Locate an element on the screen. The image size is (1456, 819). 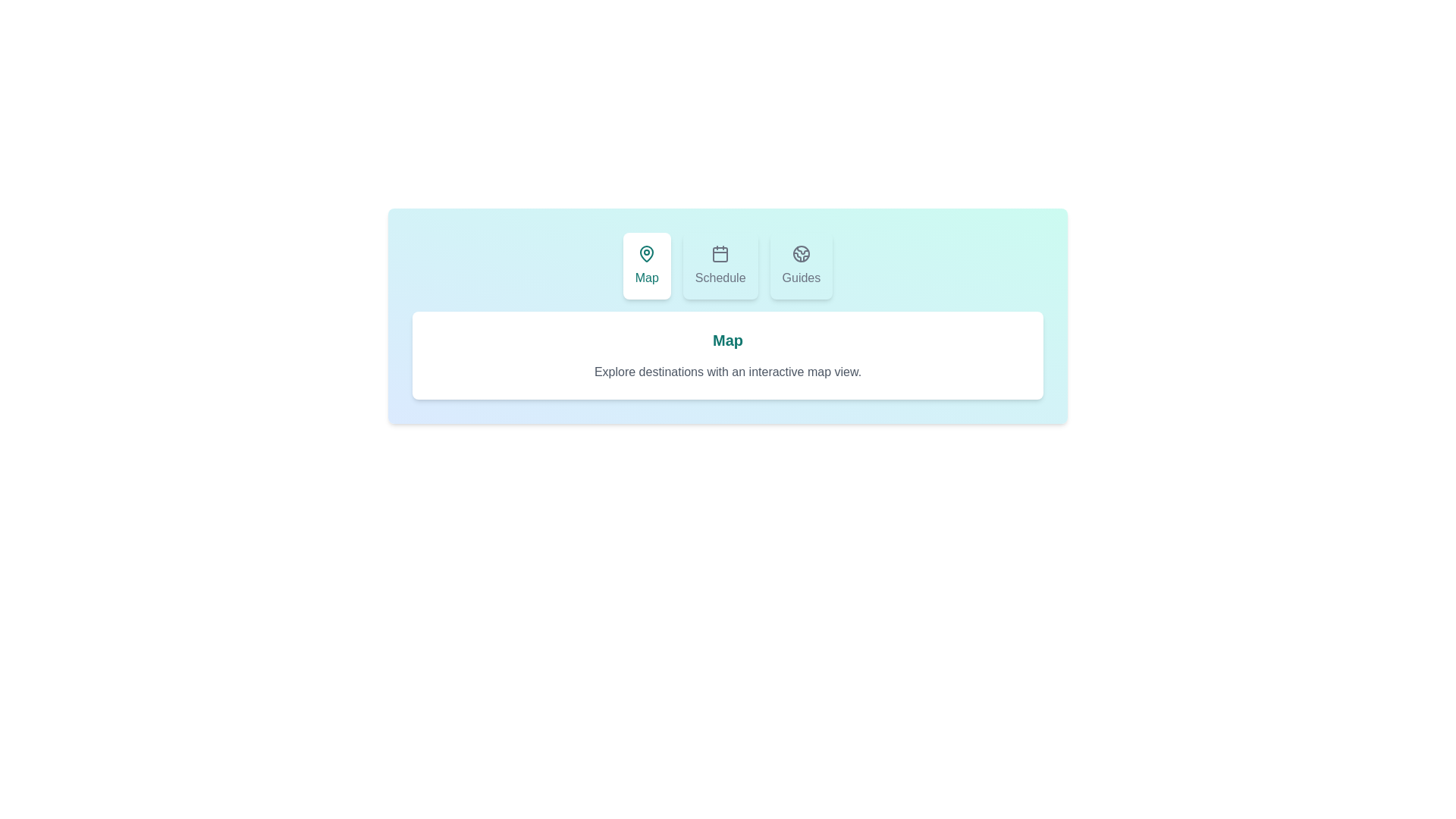
the Guides tab and read its description is located at coordinates (800, 265).